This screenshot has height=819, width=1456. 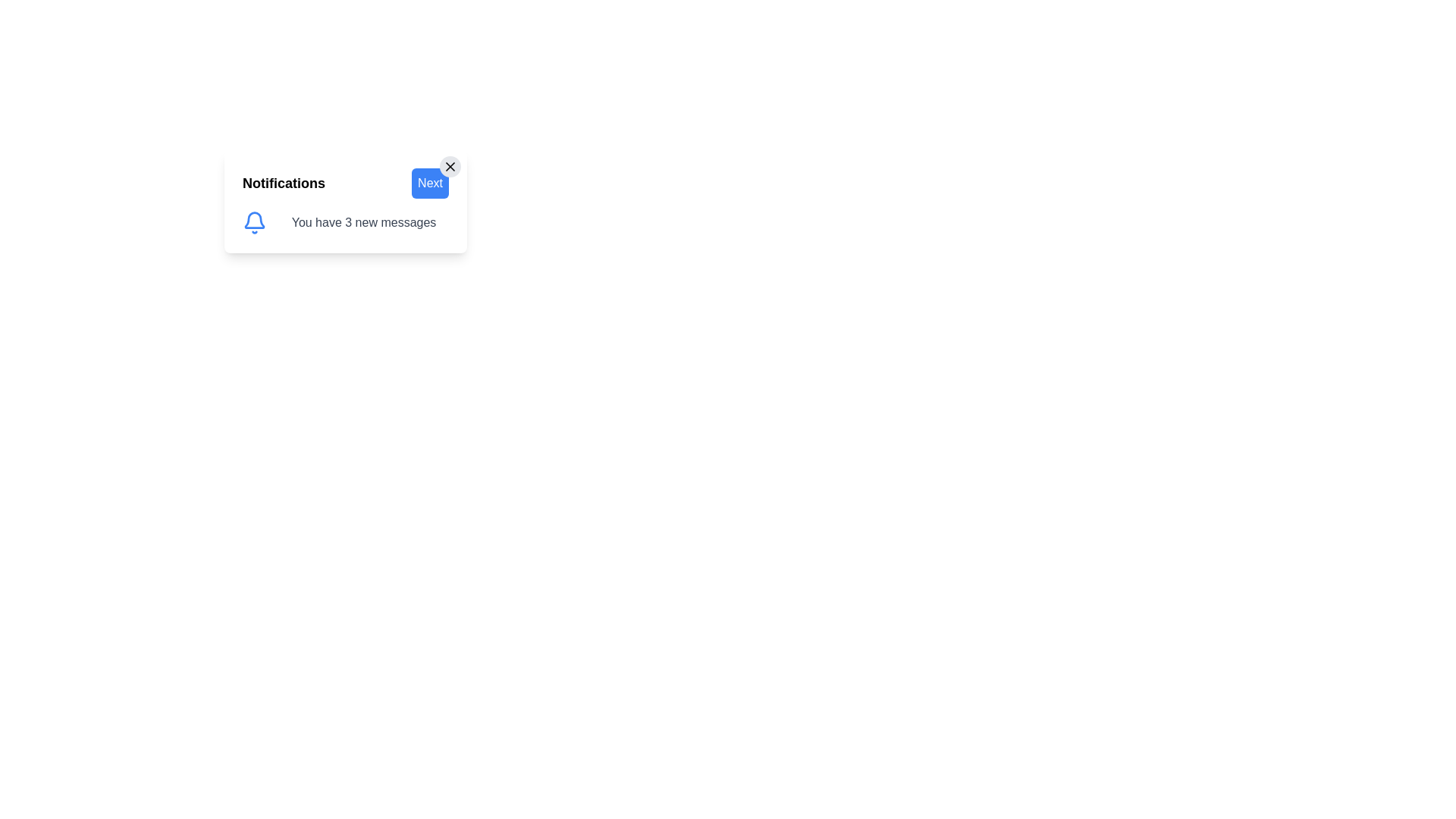 What do you see at coordinates (450, 166) in the screenshot?
I see `the close button located in the top-right corner of the notification card` at bounding box center [450, 166].